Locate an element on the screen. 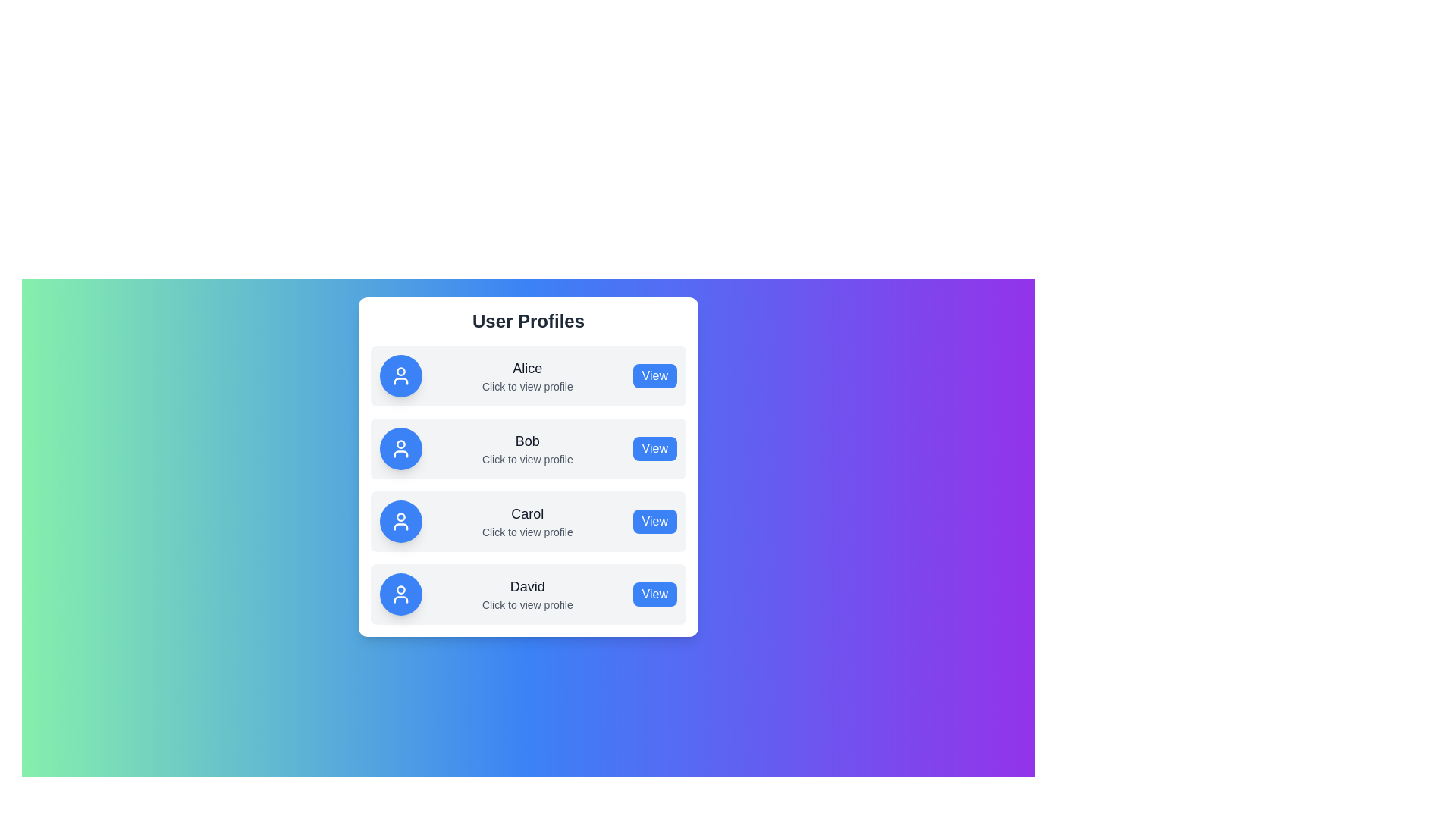 The height and width of the screenshot is (819, 1456). the text block containing the name 'Carol' and the text 'Click is located at coordinates (527, 520).